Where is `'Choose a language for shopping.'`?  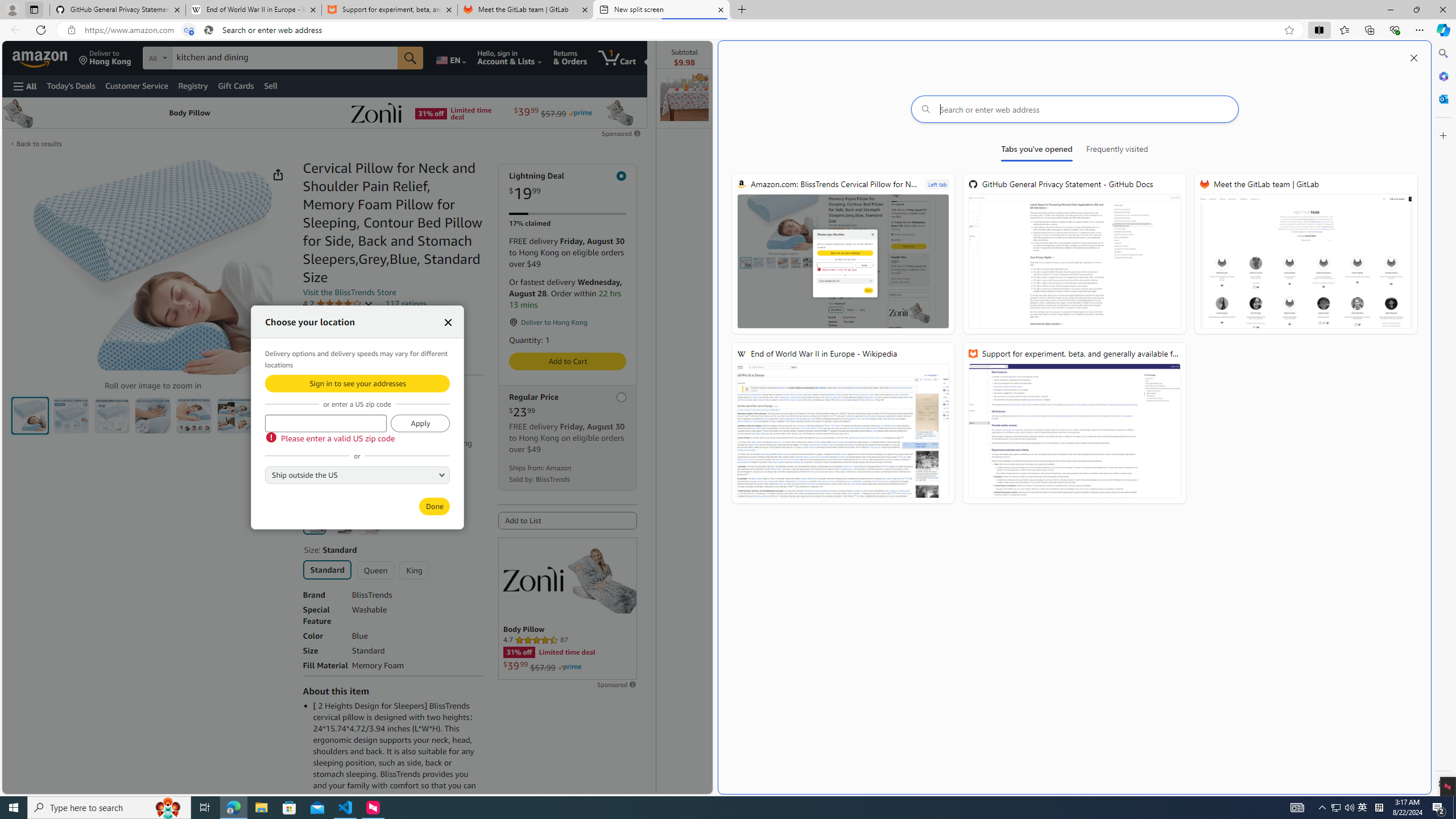 'Choose a language for shopping.' is located at coordinates (450, 57).